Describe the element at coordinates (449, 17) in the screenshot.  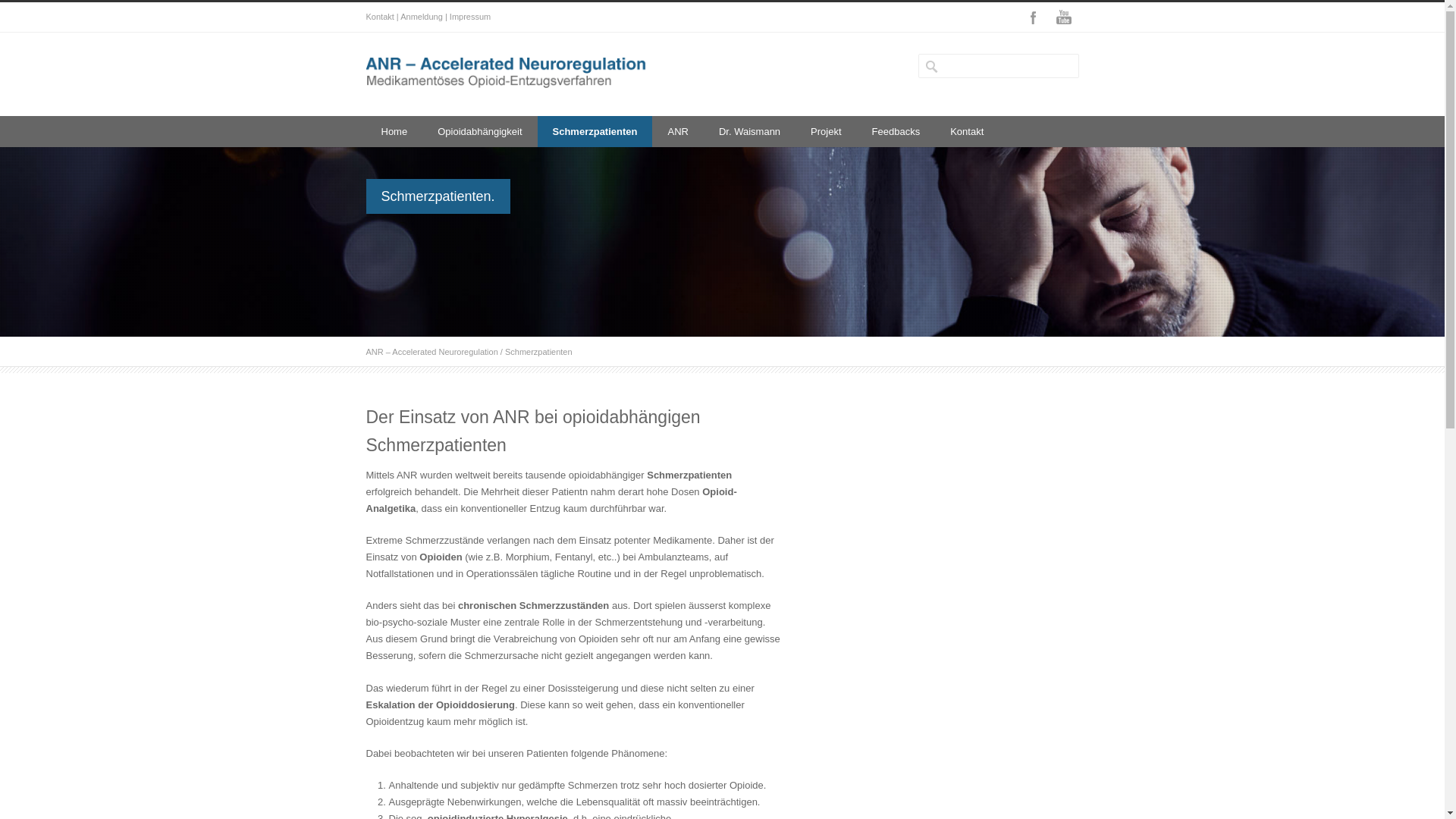
I see `'Impressum'` at that location.